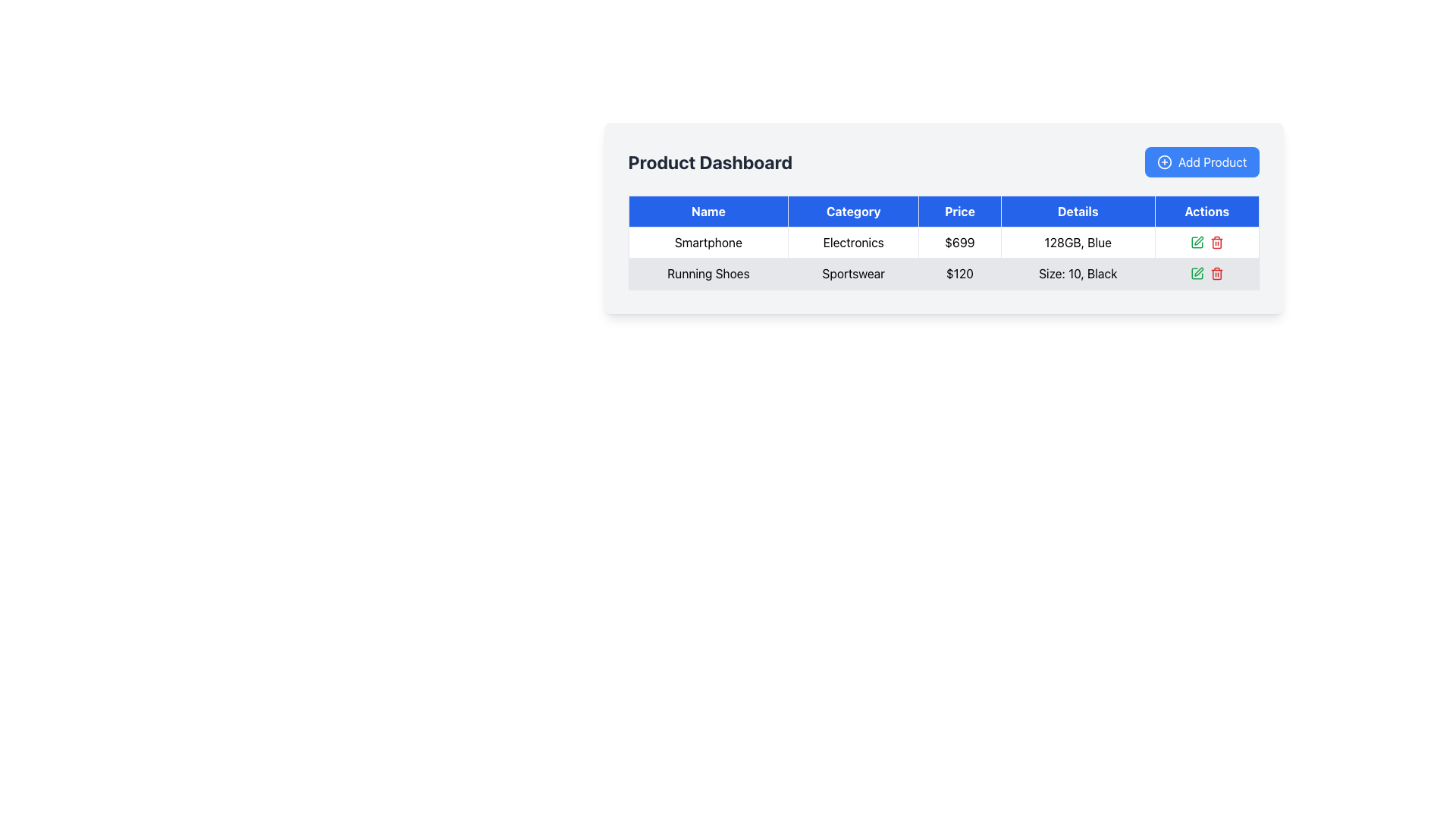 This screenshot has width=1456, height=819. I want to click on the 'Details' heading button in the fourth column of the table, which has a blue background and white text, so click(1077, 211).